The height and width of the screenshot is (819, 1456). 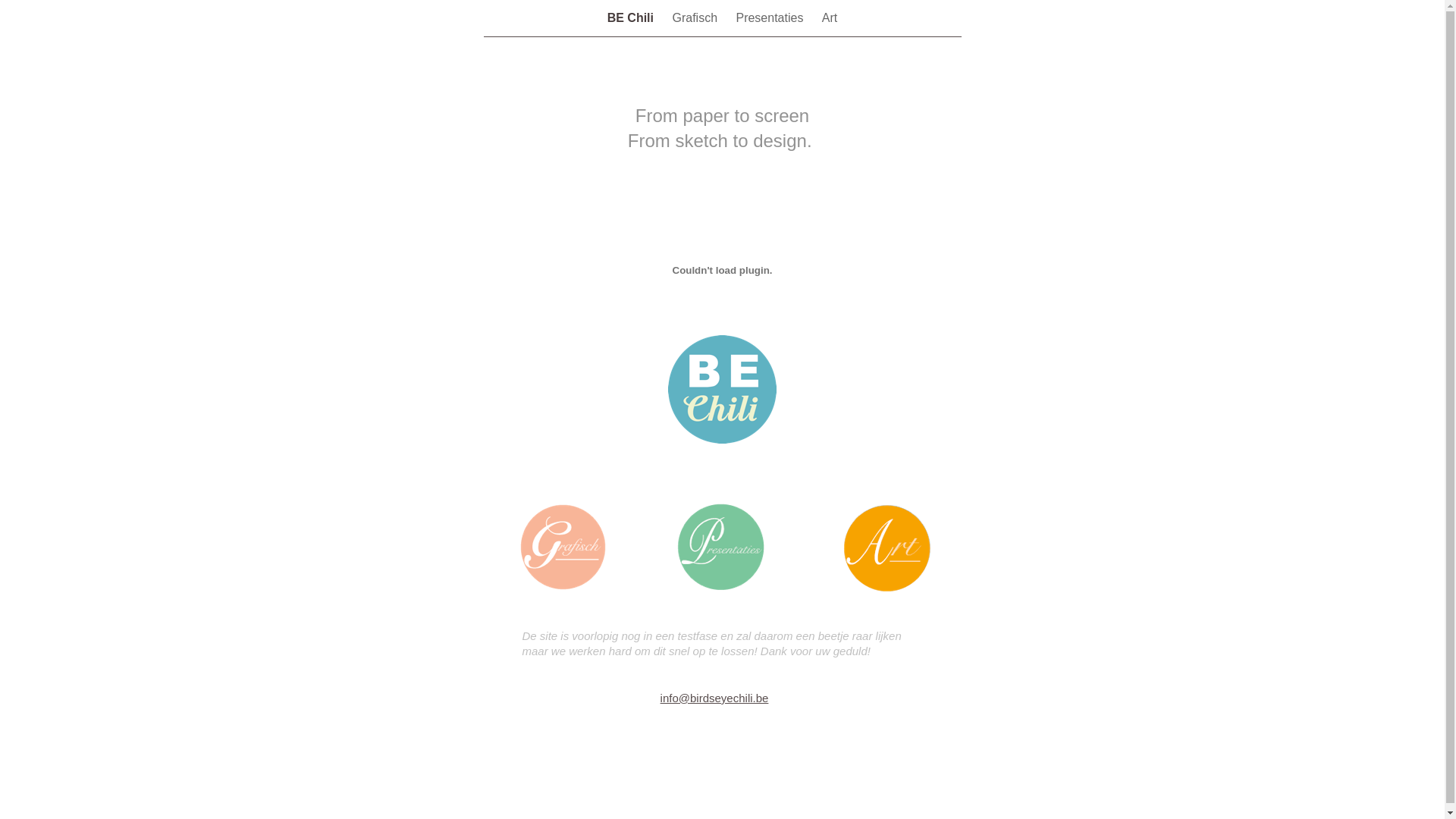 What do you see at coordinates (714, 698) in the screenshot?
I see `'info@birdseyechili.be'` at bounding box center [714, 698].